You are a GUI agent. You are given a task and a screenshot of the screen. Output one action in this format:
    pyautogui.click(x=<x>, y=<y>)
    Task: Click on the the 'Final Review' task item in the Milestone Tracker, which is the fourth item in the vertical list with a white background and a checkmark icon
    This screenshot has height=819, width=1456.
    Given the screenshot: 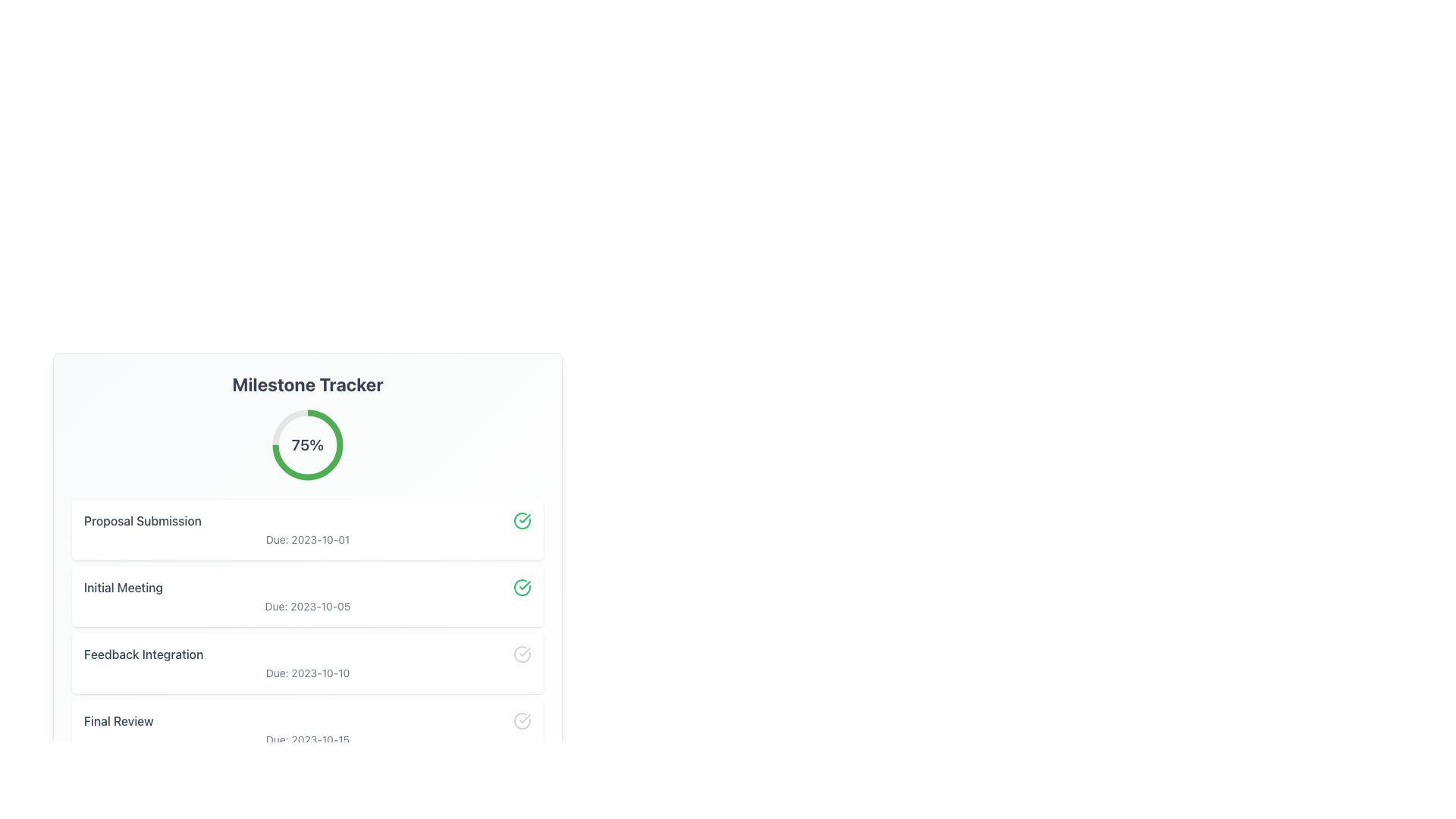 What is the action you would take?
    pyautogui.click(x=307, y=730)
    